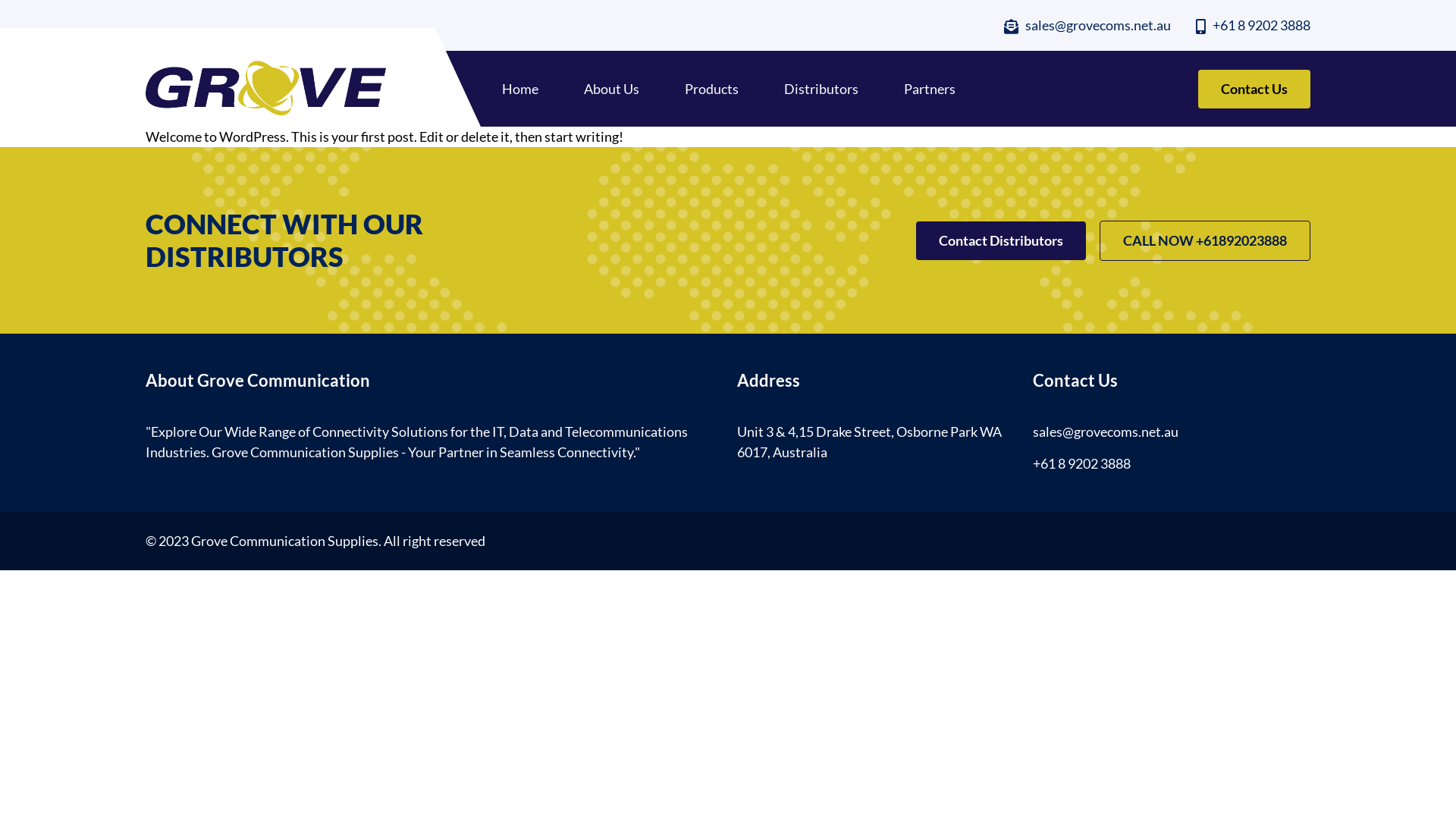 This screenshot has width=1456, height=819. What do you see at coordinates (928, 88) in the screenshot?
I see `'Partners'` at bounding box center [928, 88].